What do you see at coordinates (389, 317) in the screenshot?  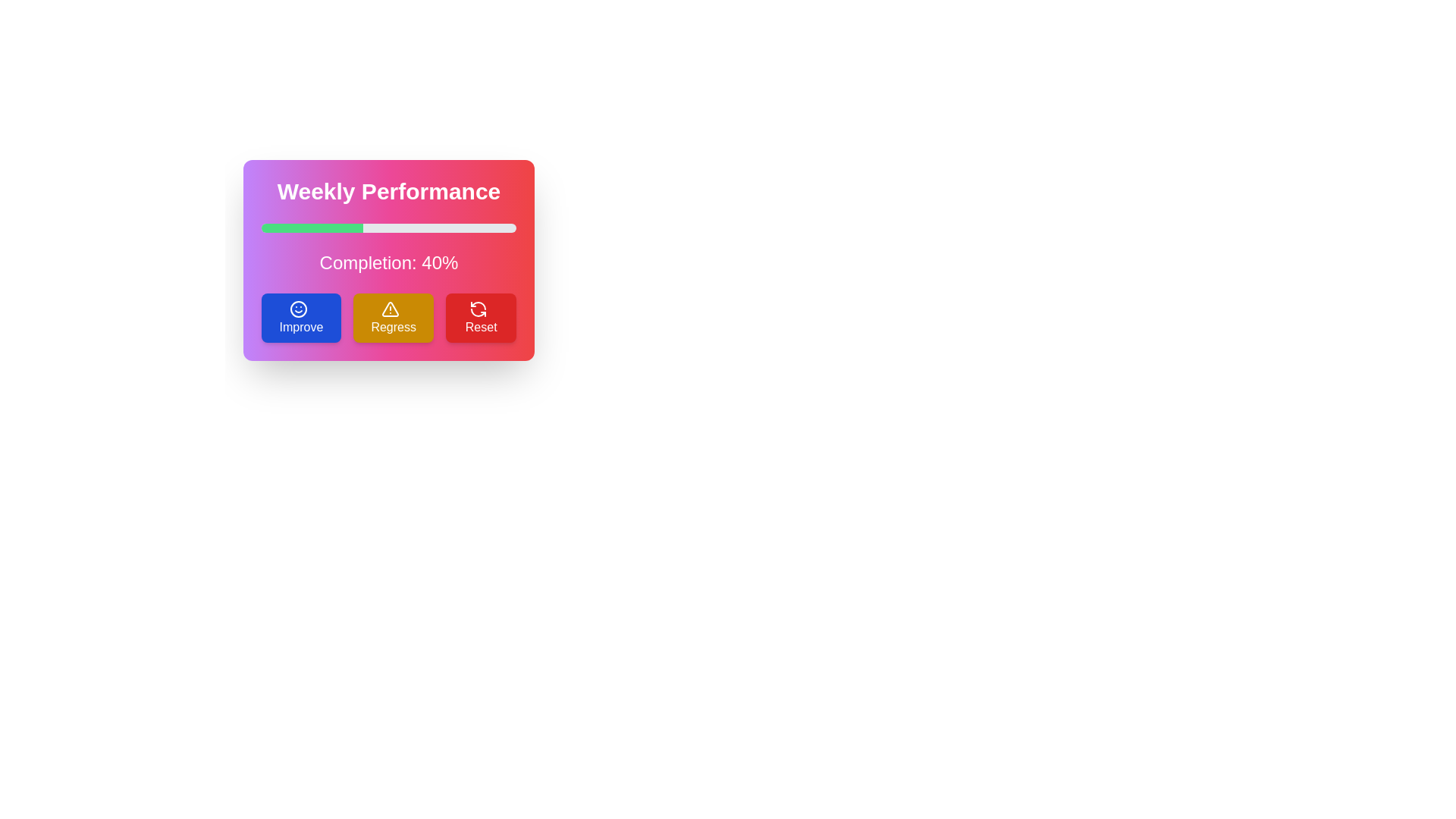 I see `the 'Regress' button, which is the middle button in a horizontal layout, flanked by 'Improve' on the left and 'Reset' on the right` at bounding box center [389, 317].